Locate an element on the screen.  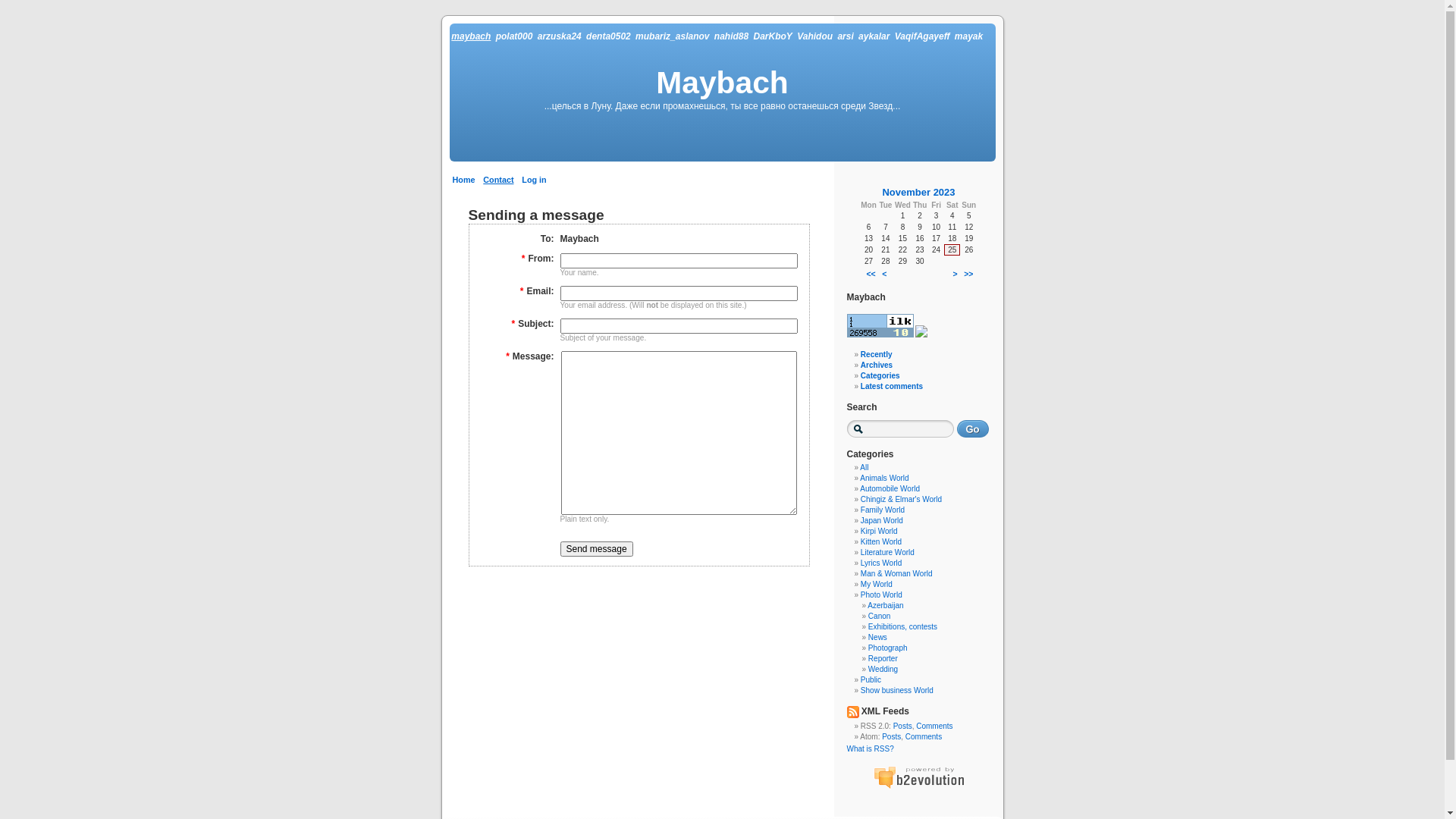
'Wedding' is located at coordinates (883, 668).